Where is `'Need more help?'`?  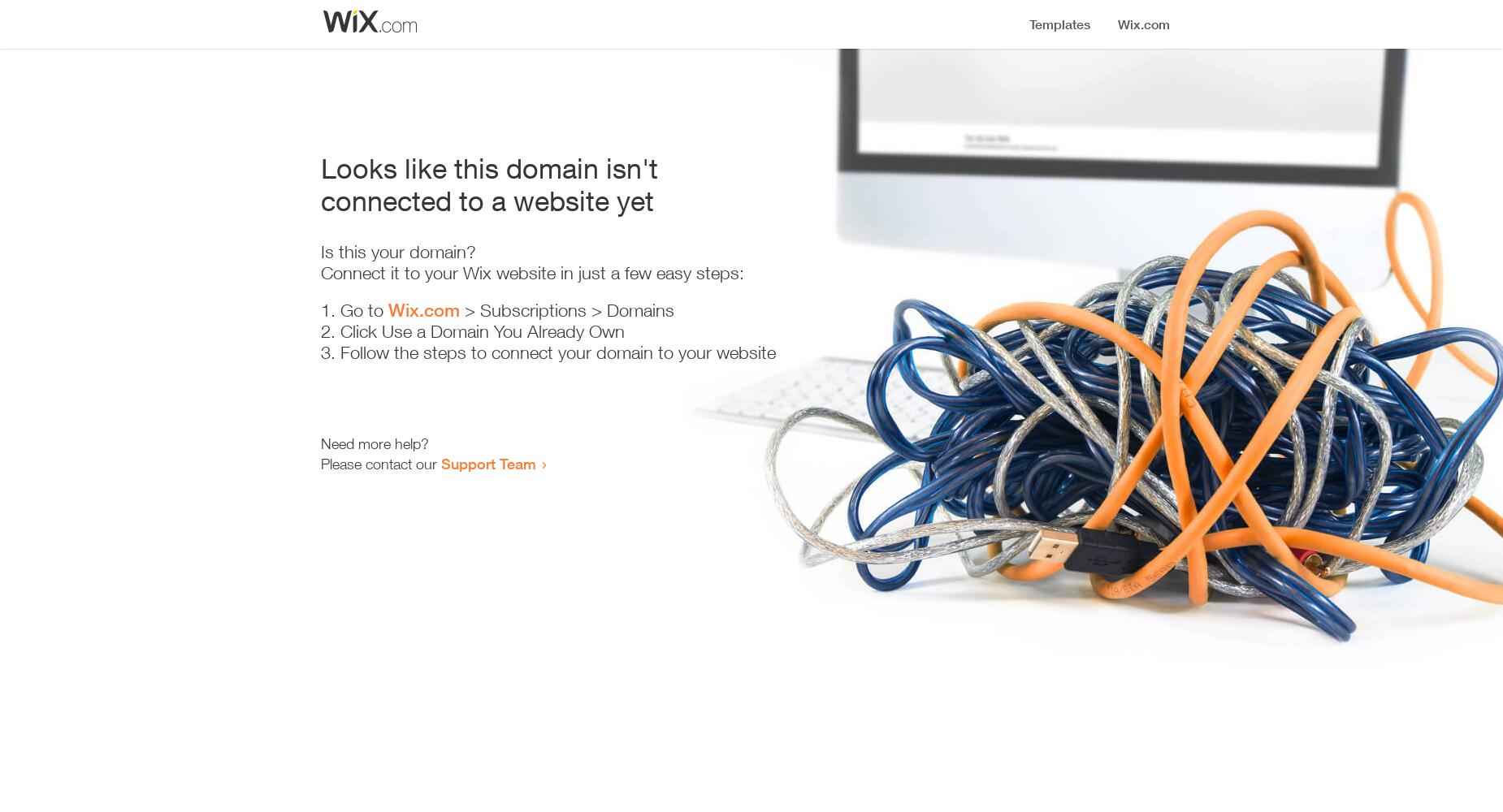
'Need more help?' is located at coordinates (374, 443).